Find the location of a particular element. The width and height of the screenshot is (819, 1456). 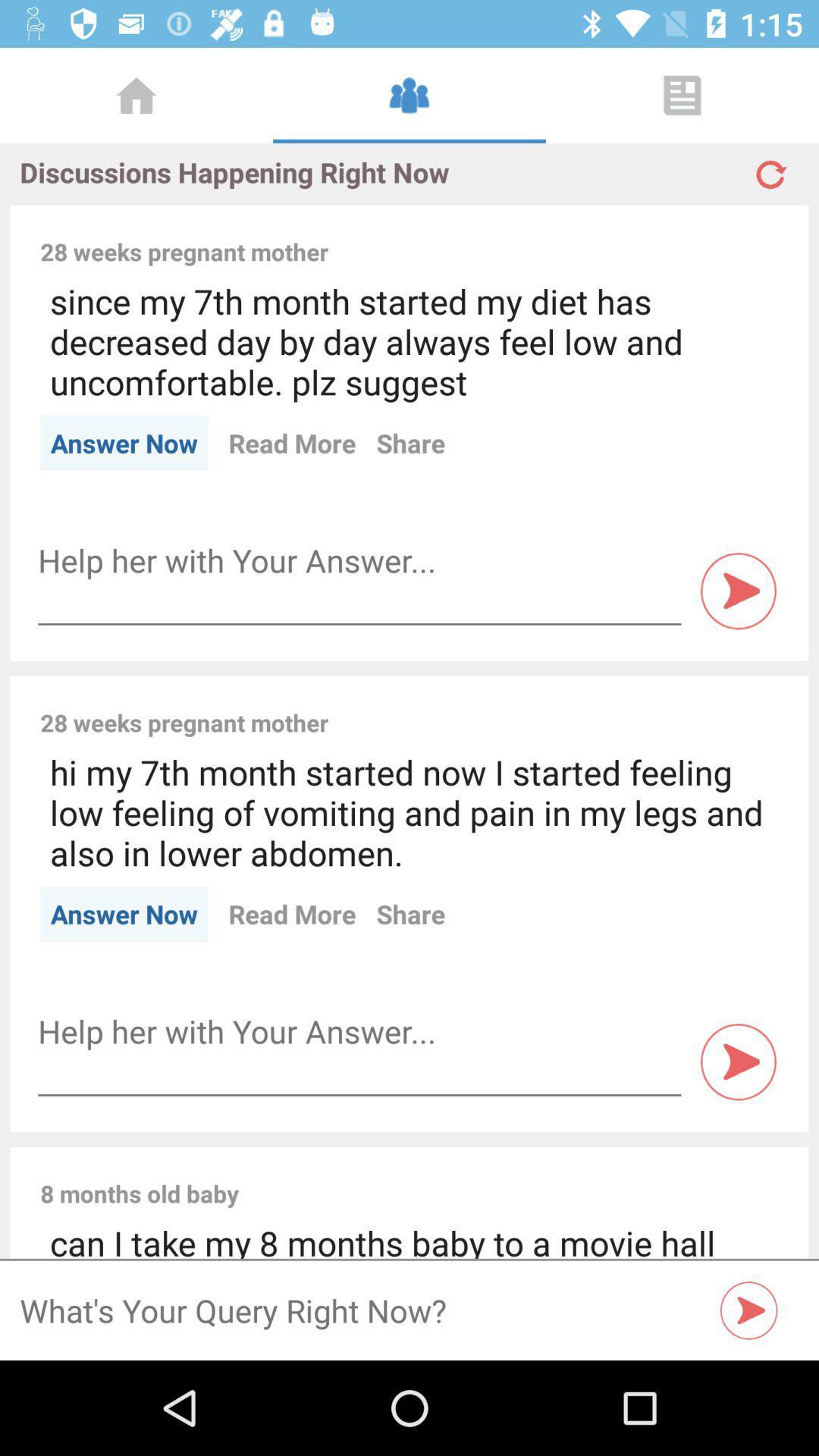

submit query is located at coordinates (748, 1310).